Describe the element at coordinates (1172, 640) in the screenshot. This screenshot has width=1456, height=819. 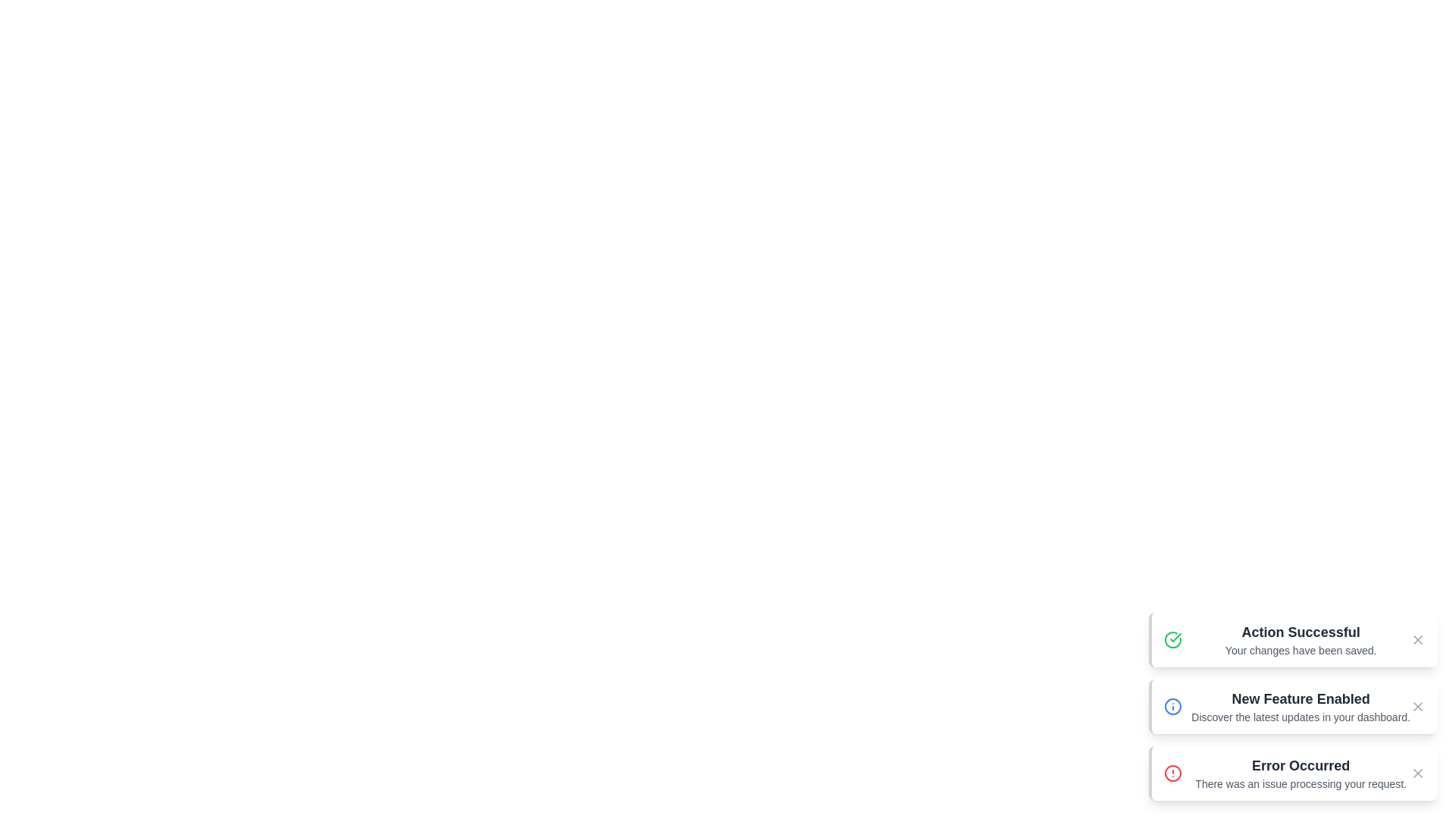
I see `the icon of the snackbar to identify its type` at that location.